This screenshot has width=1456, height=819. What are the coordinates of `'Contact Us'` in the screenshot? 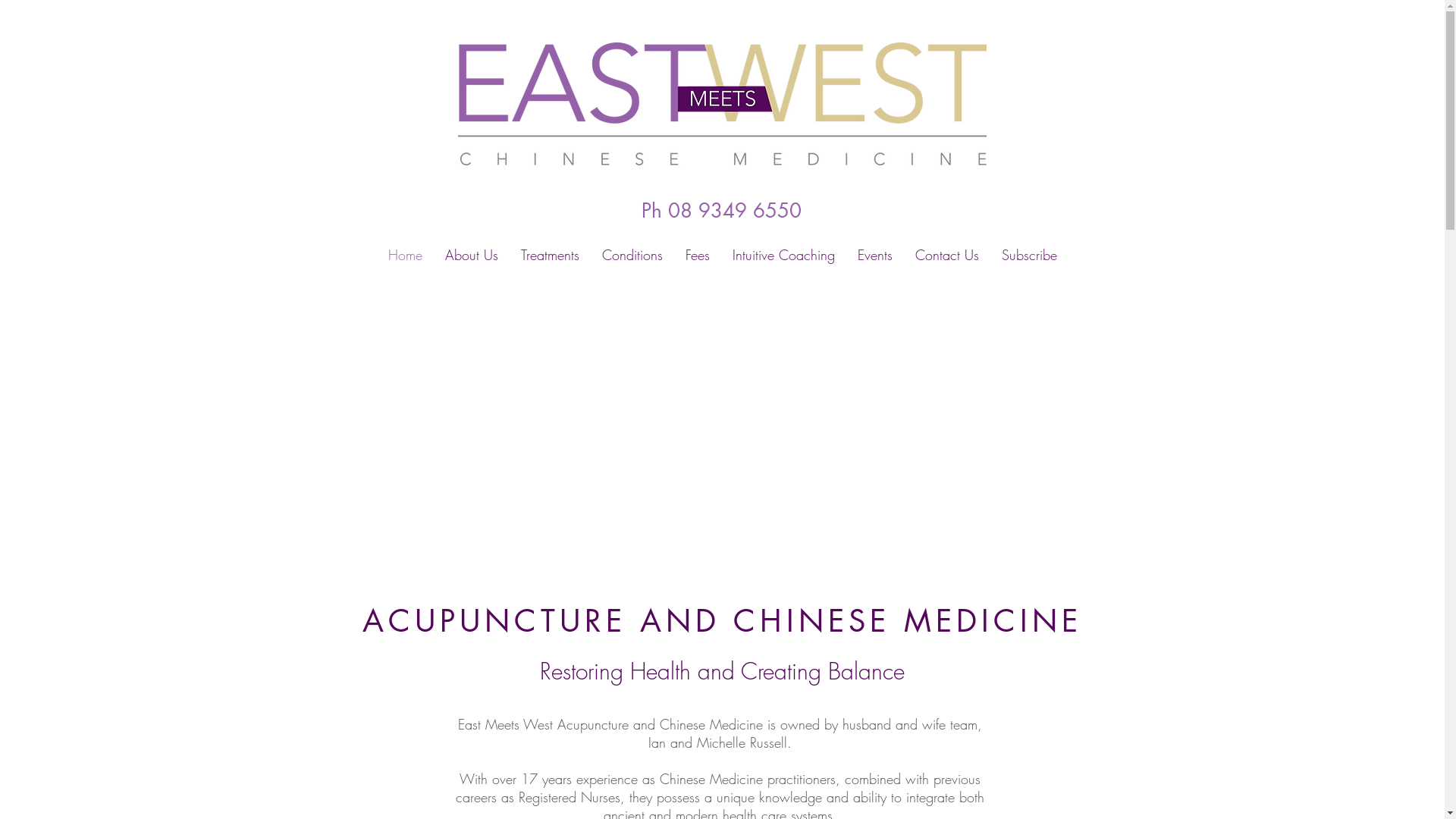 It's located at (903, 253).